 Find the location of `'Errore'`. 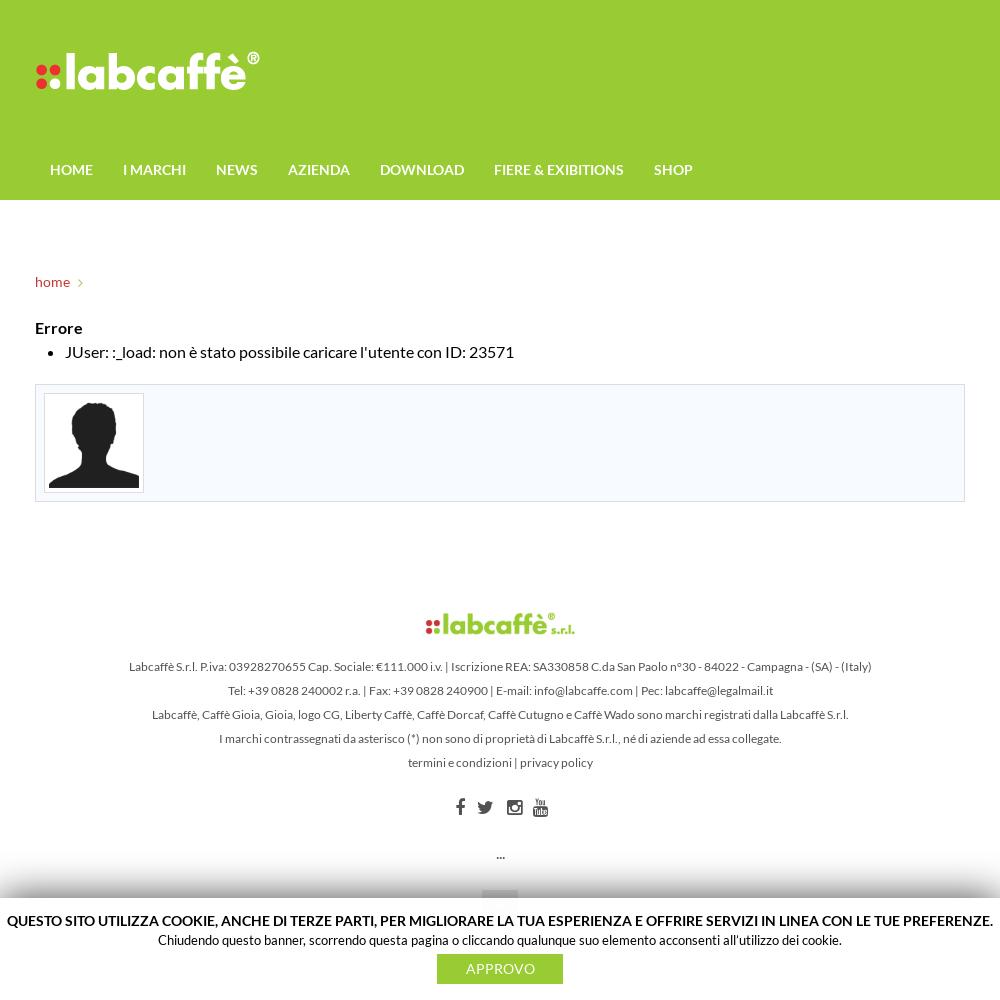

'Errore' is located at coordinates (59, 326).